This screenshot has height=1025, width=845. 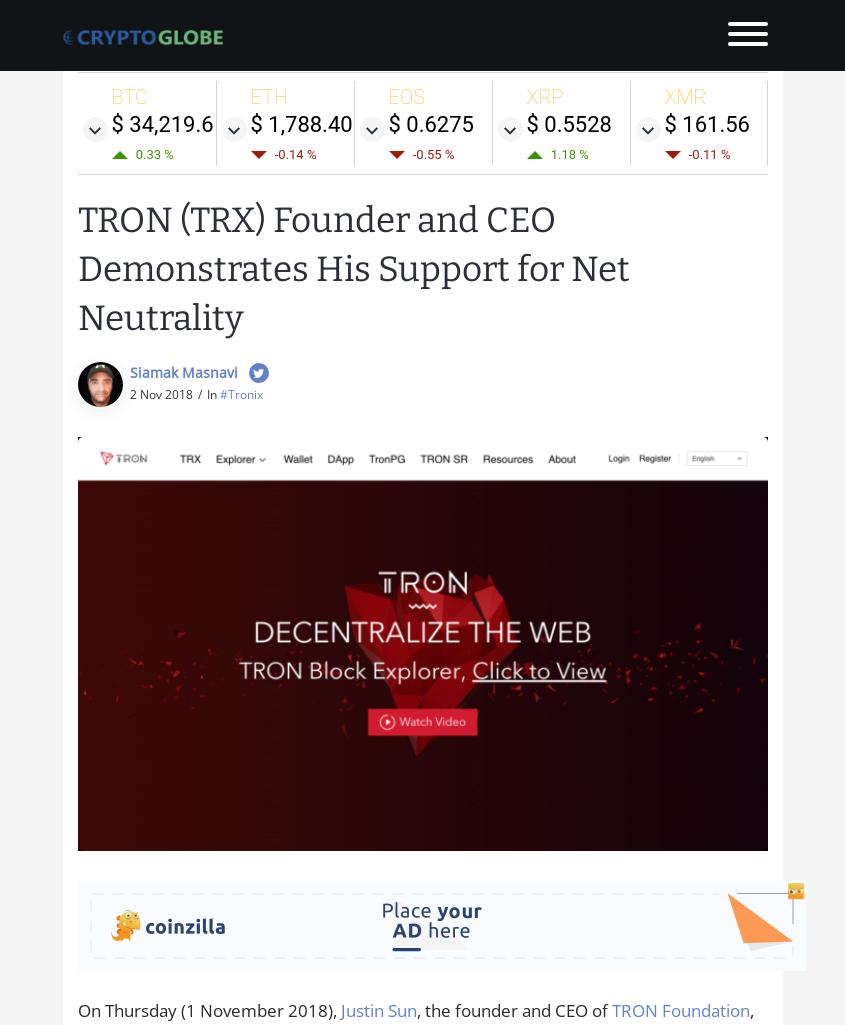 What do you see at coordinates (705, 123) in the screenshot?
I see `'$ 161.56'` at bounding box center [705, 123].